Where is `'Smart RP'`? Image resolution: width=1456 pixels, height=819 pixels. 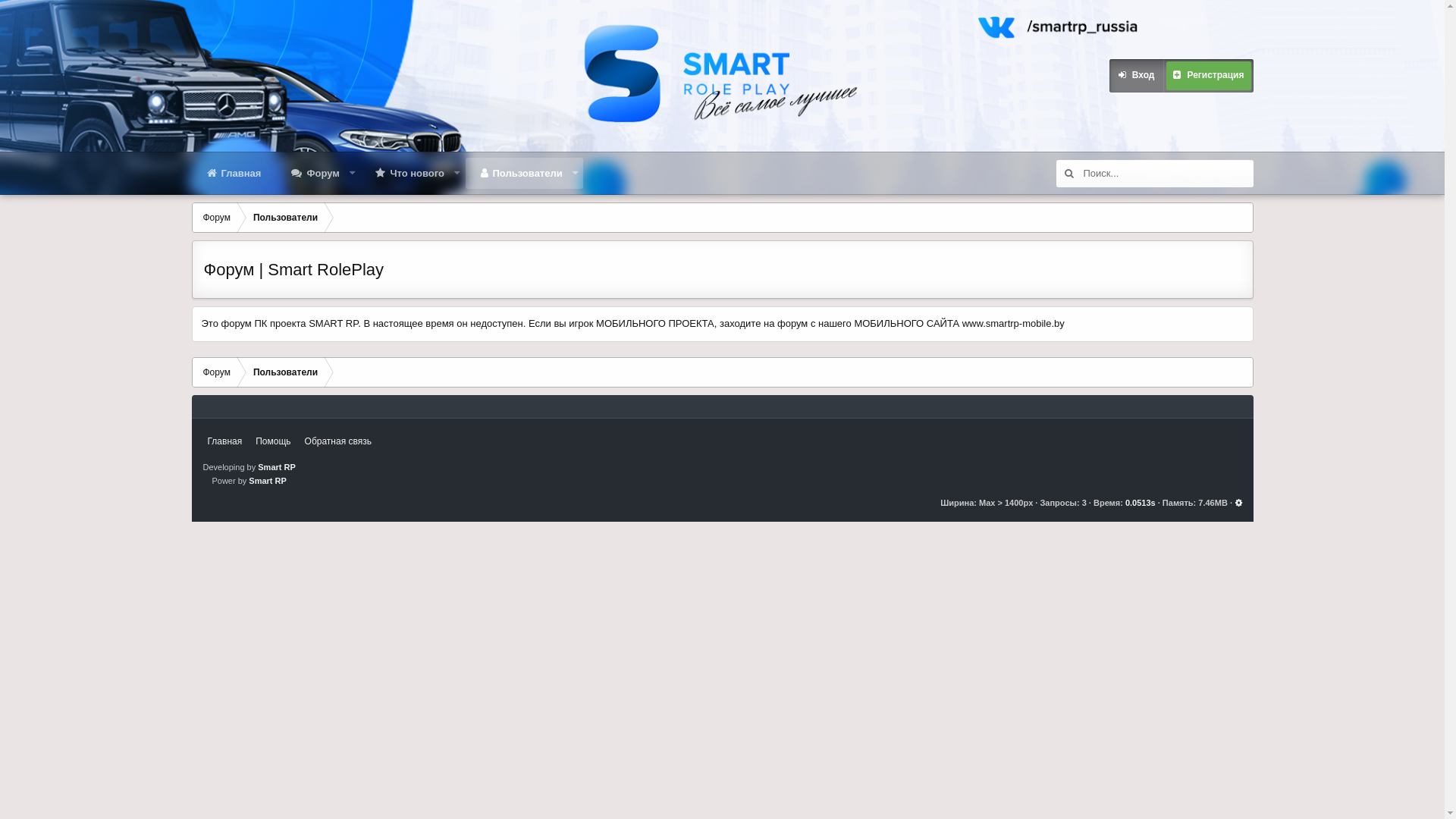 'Smart RP' is located at coordinates (276, 466).